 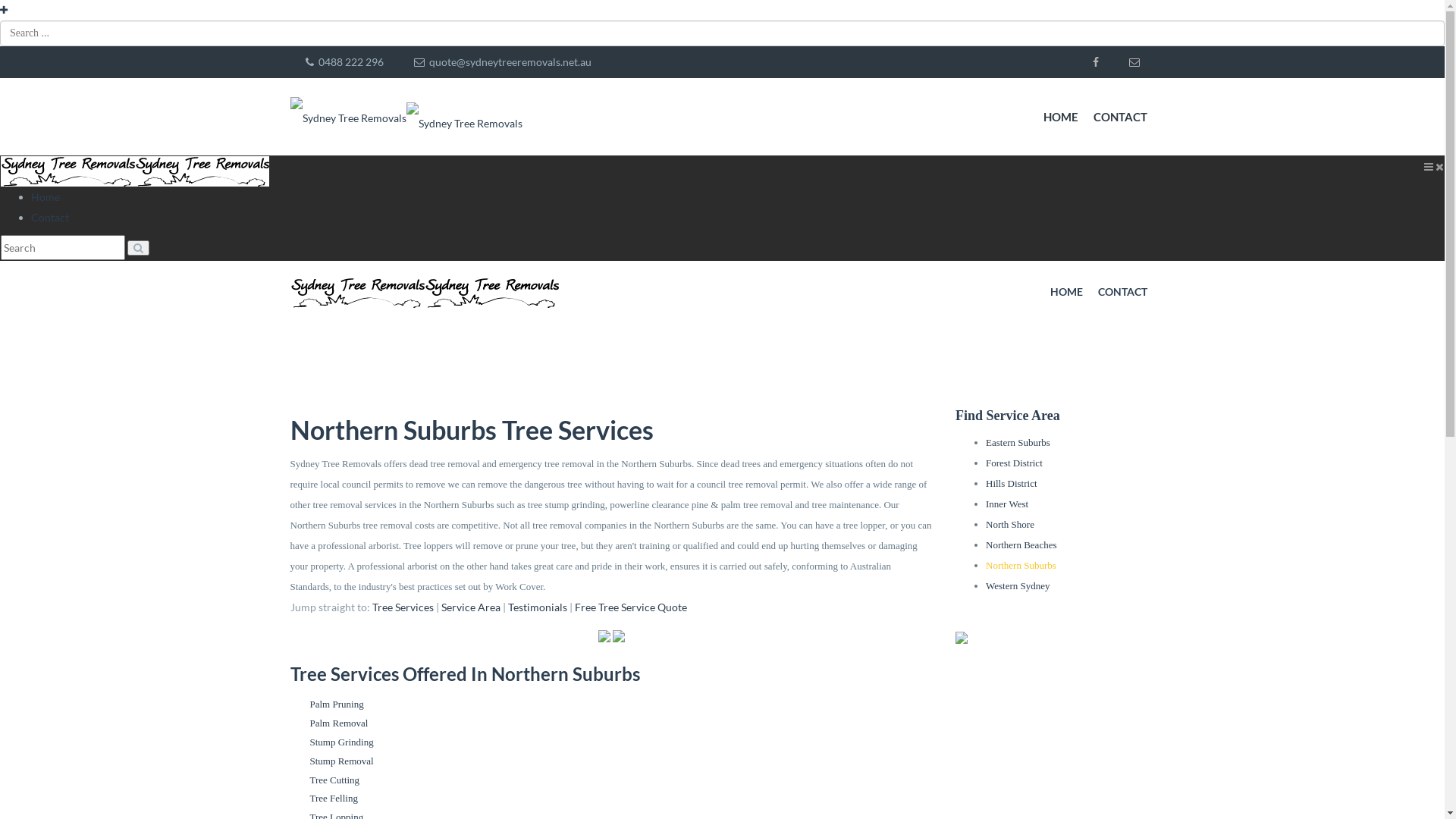 I want to click on 'Home', so click(x=45, y=196).